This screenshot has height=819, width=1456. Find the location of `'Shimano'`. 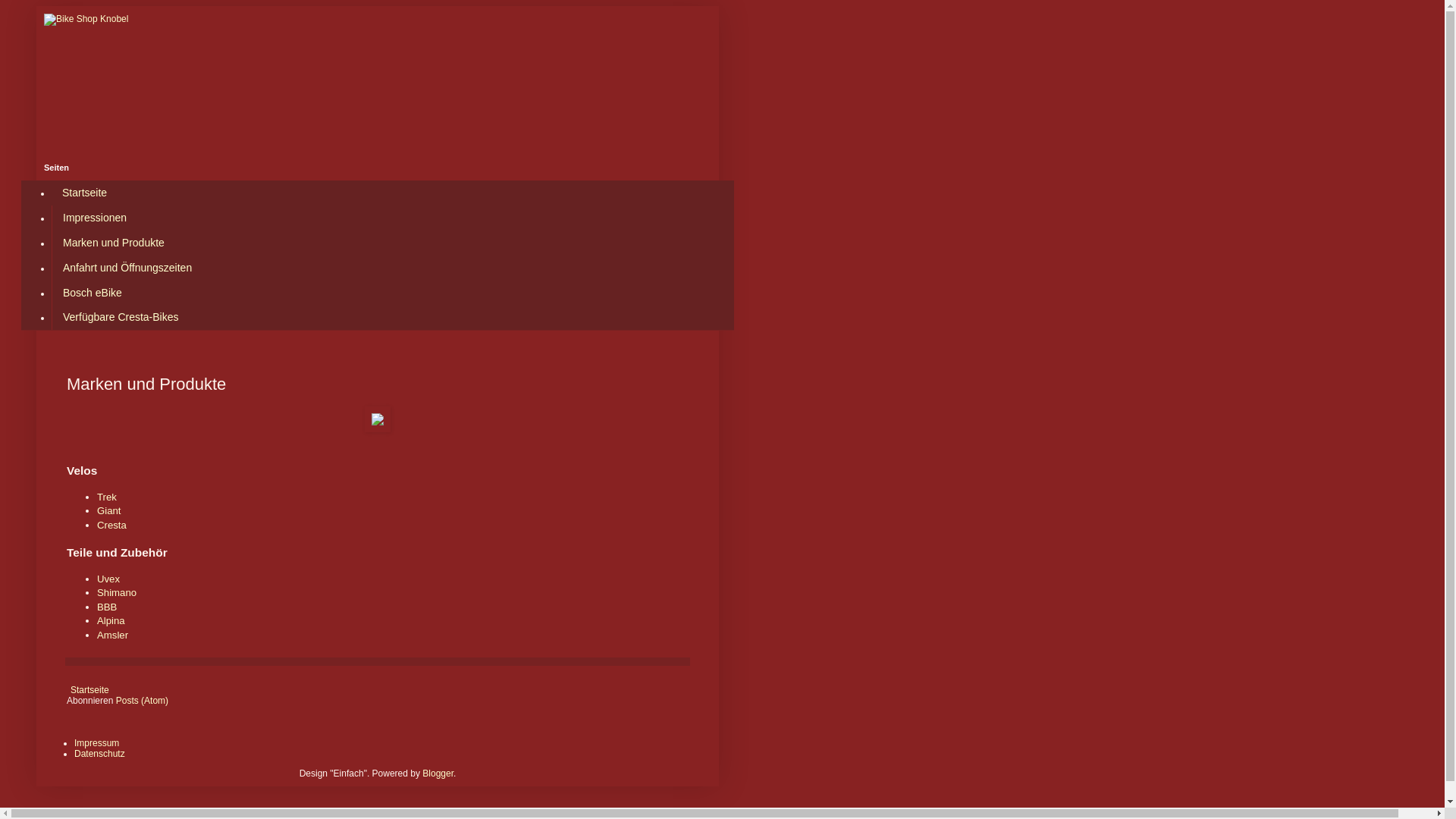

'Shimano' is located at coordinates (115, 591).